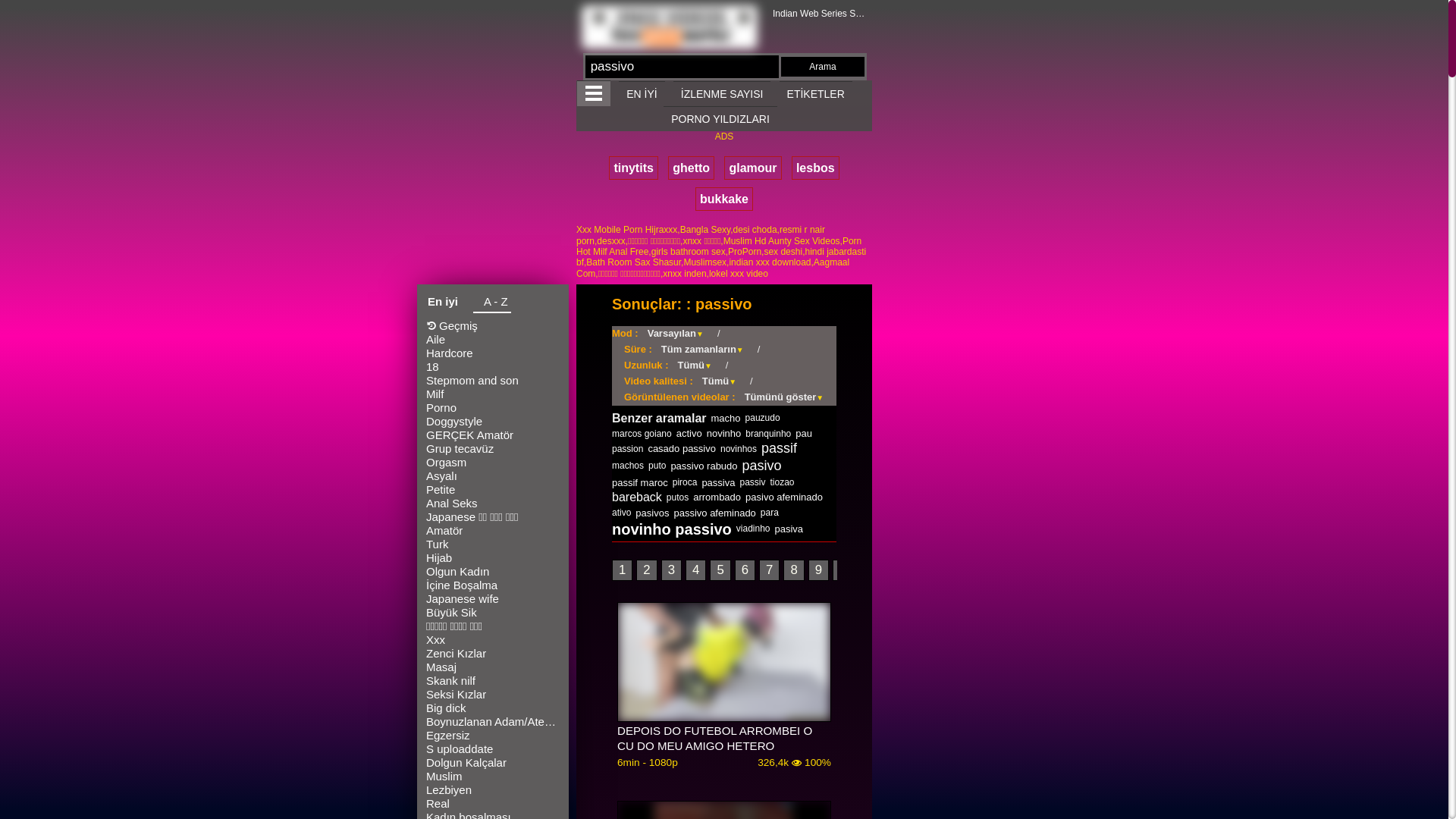 This screenshot has width=1456, height=819. Describe the element at coordinates (646, 570) in the screenshot. I see `'2'` at that location.